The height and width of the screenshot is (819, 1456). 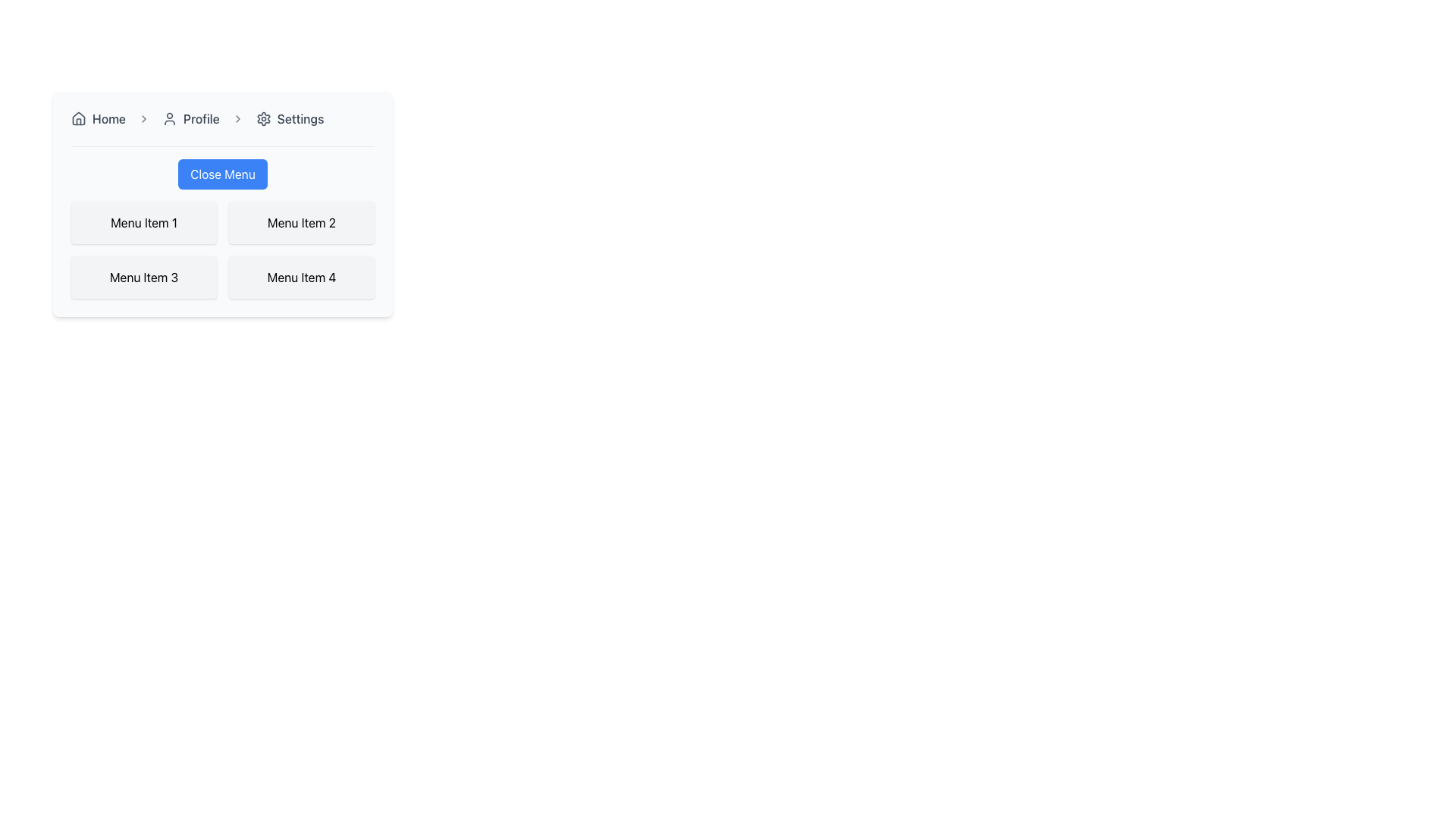 I want to click on the 'Home' navigation link located in the horizontal navigation bar, directly to the right of the house icon, so click(x=108, y=118).